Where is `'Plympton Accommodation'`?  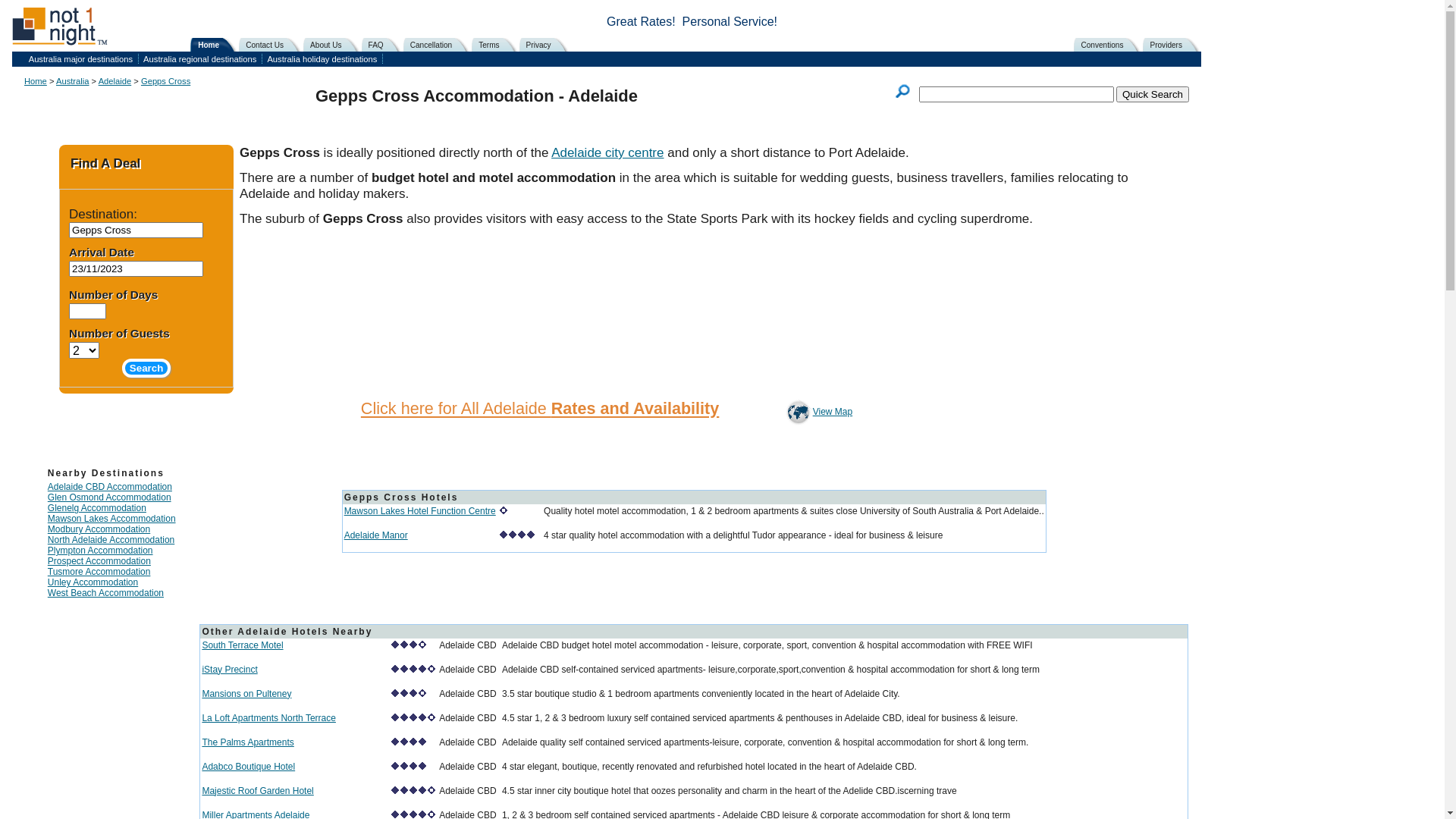
'Plympton Accommodation' is located at coordinates (47, 550).